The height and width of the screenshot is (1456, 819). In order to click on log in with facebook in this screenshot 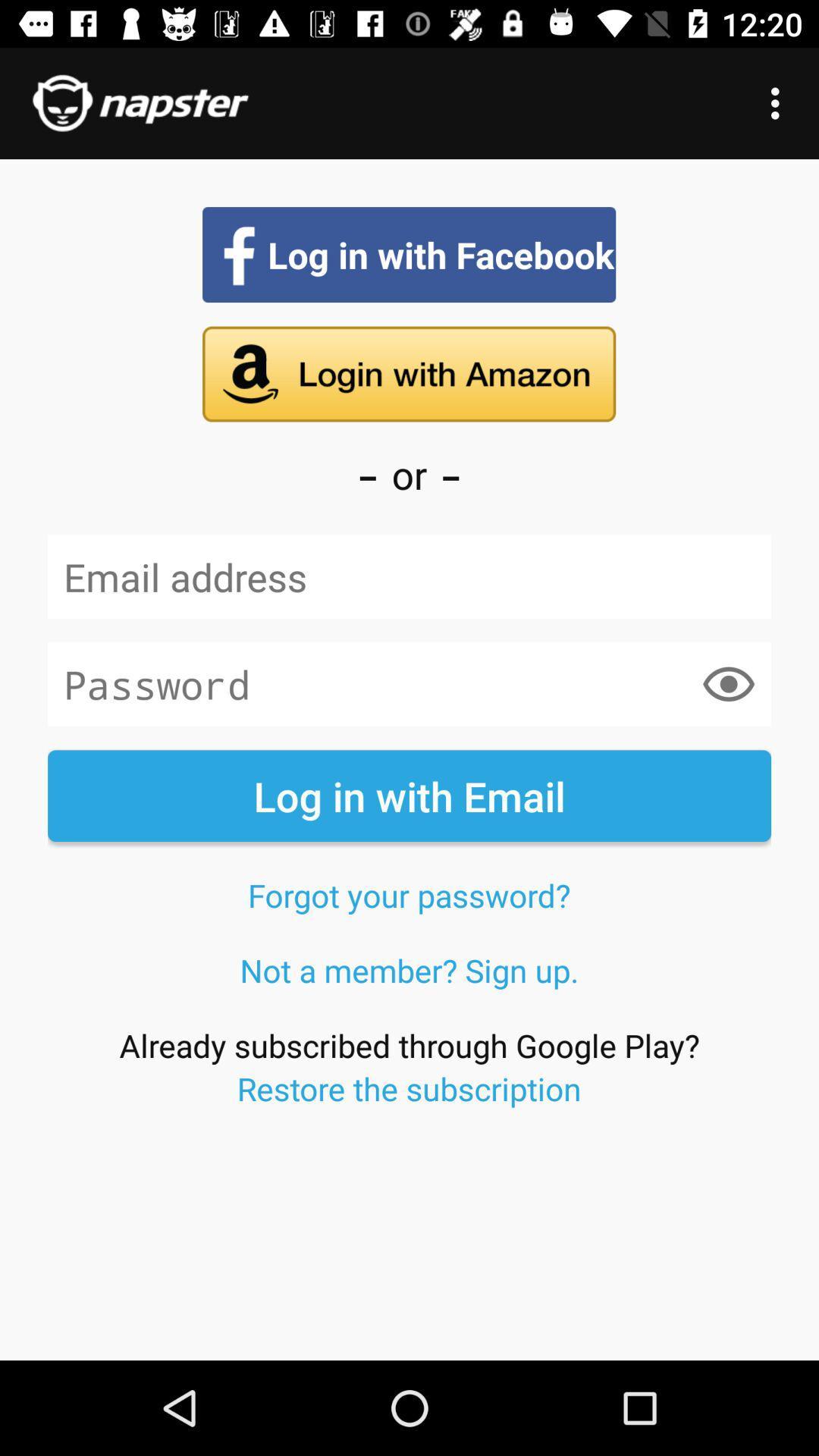, I will do `click(408, 255)`.